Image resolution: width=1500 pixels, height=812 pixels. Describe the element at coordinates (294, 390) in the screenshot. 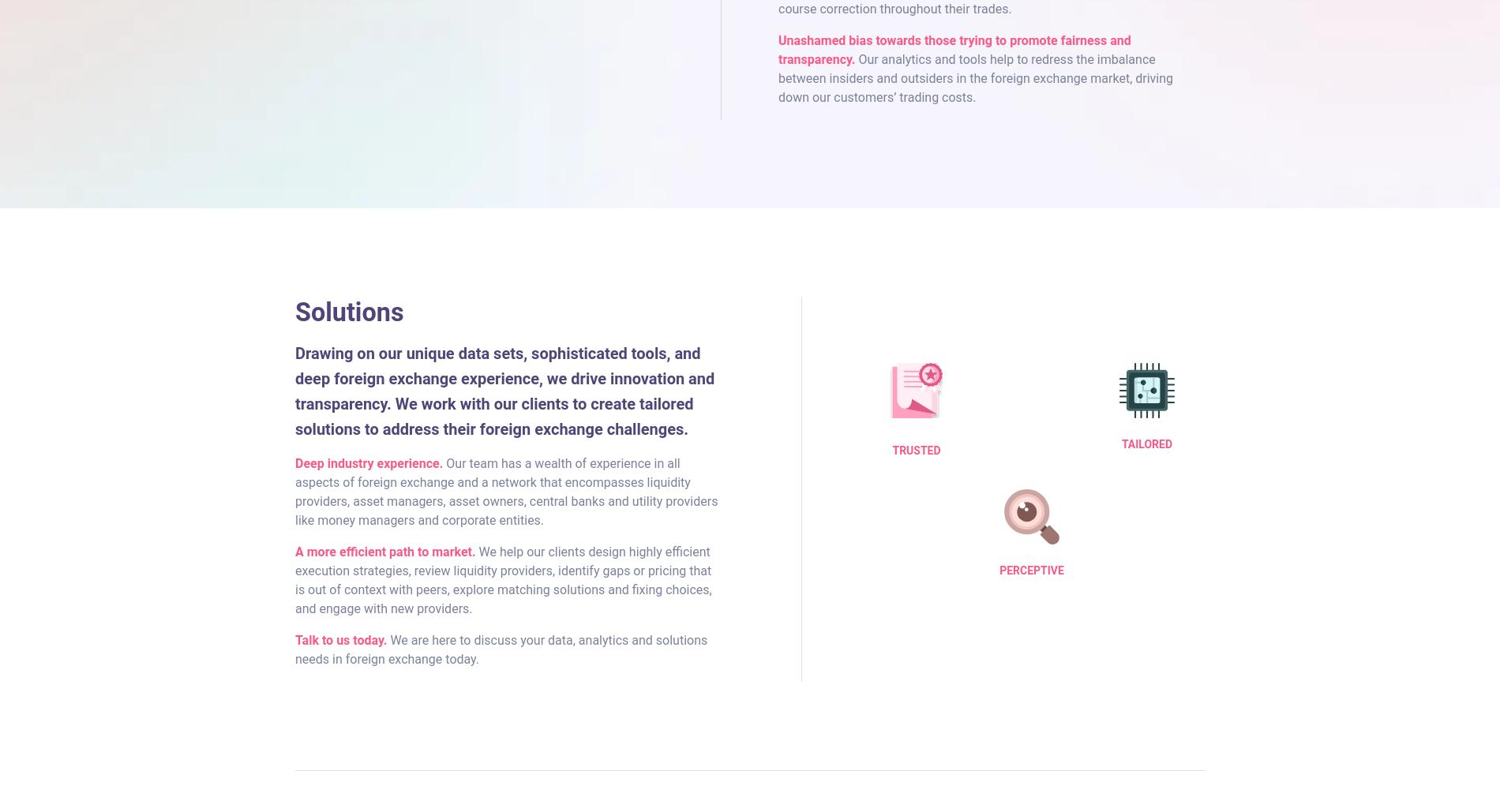

I see `'Drawing on our unique data sets, sophisticated tools, and deep foreign exchange experience, we drive innovation and transparency. We work with our clients to create tailored solutions to address their foreign exchange challenges.'` at that location.